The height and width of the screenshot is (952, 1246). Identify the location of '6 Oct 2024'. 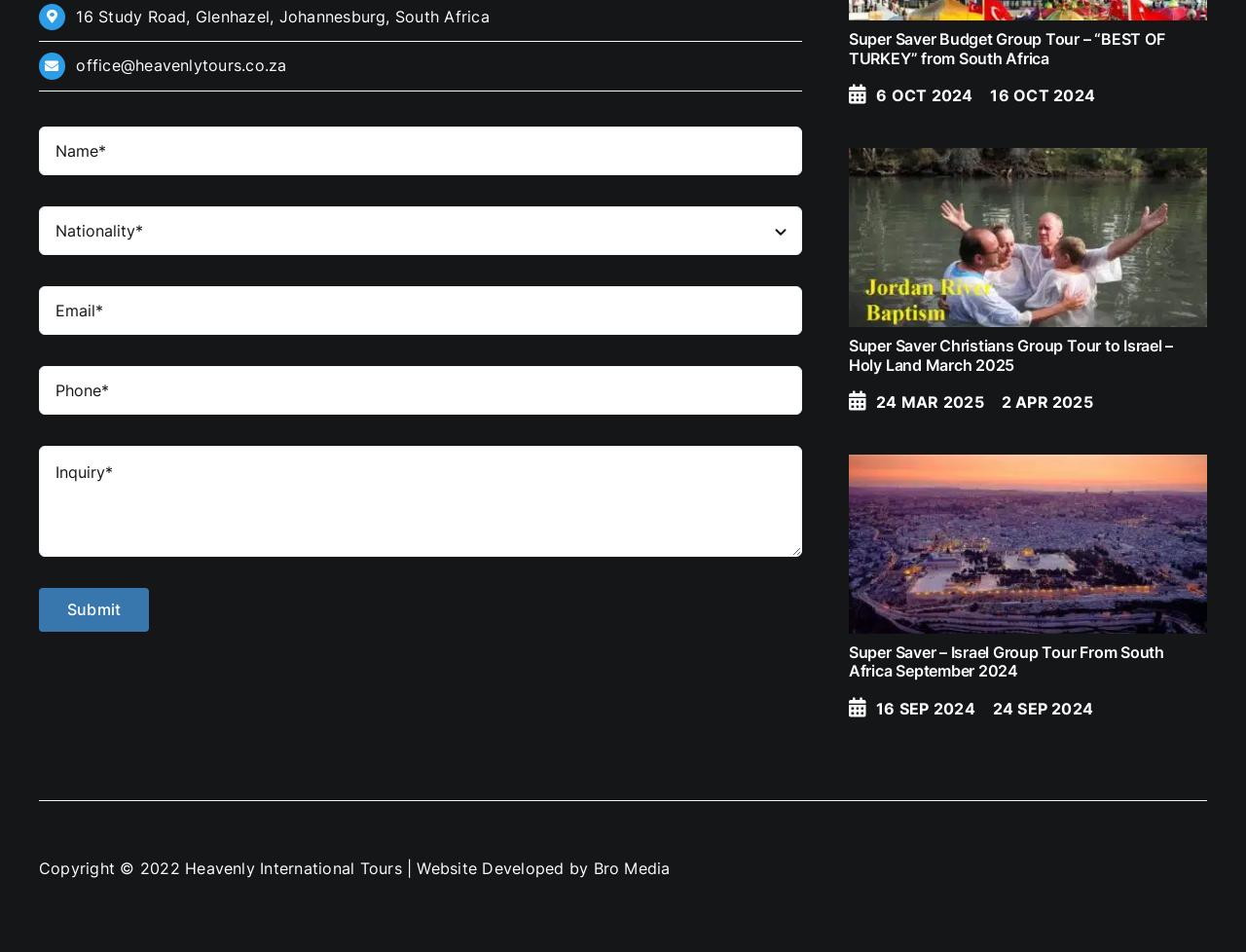
(923, 94).